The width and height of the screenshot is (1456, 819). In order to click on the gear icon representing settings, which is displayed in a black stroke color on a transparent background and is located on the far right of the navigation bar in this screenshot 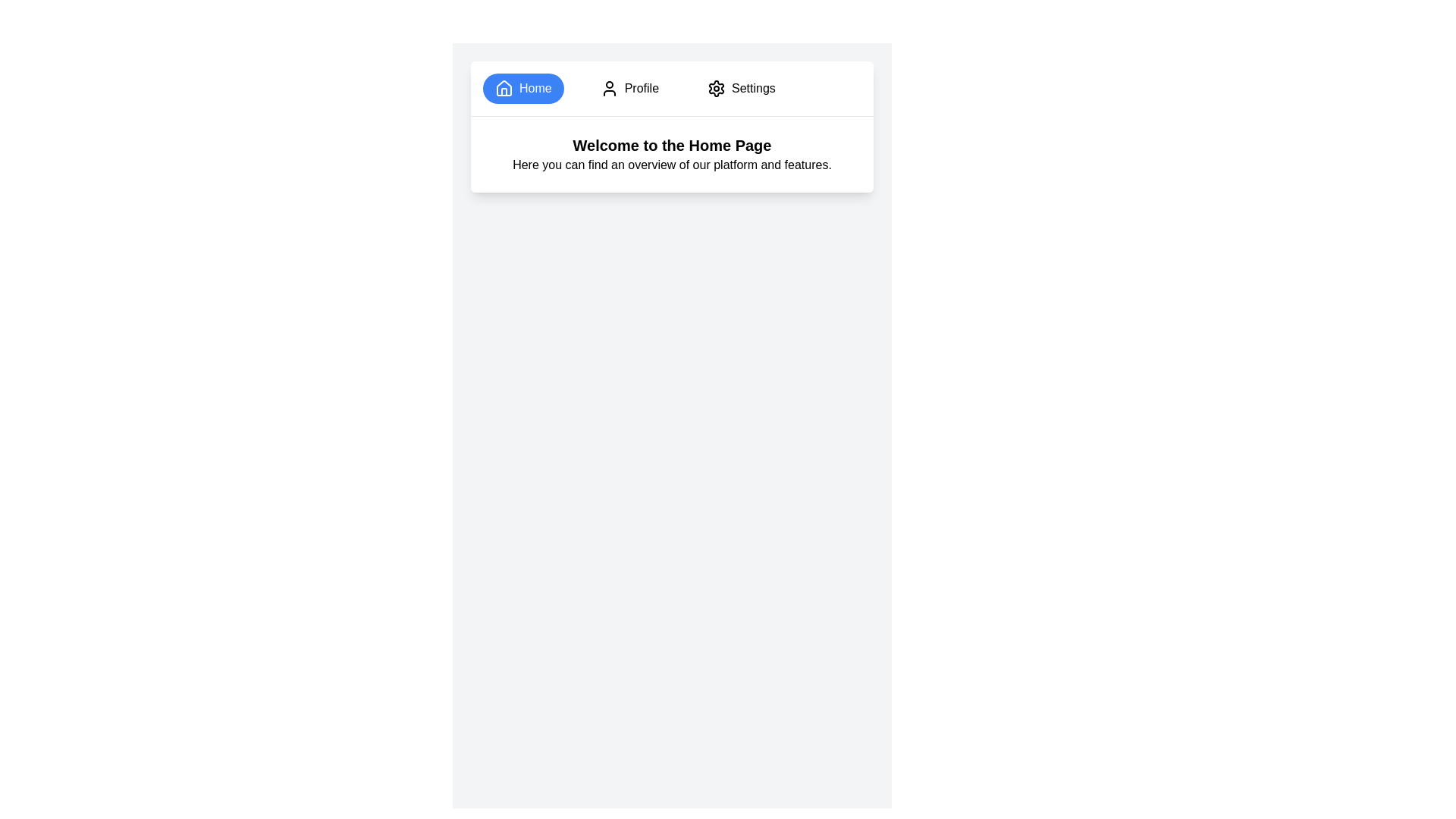, I will do `click(716, 88)`.